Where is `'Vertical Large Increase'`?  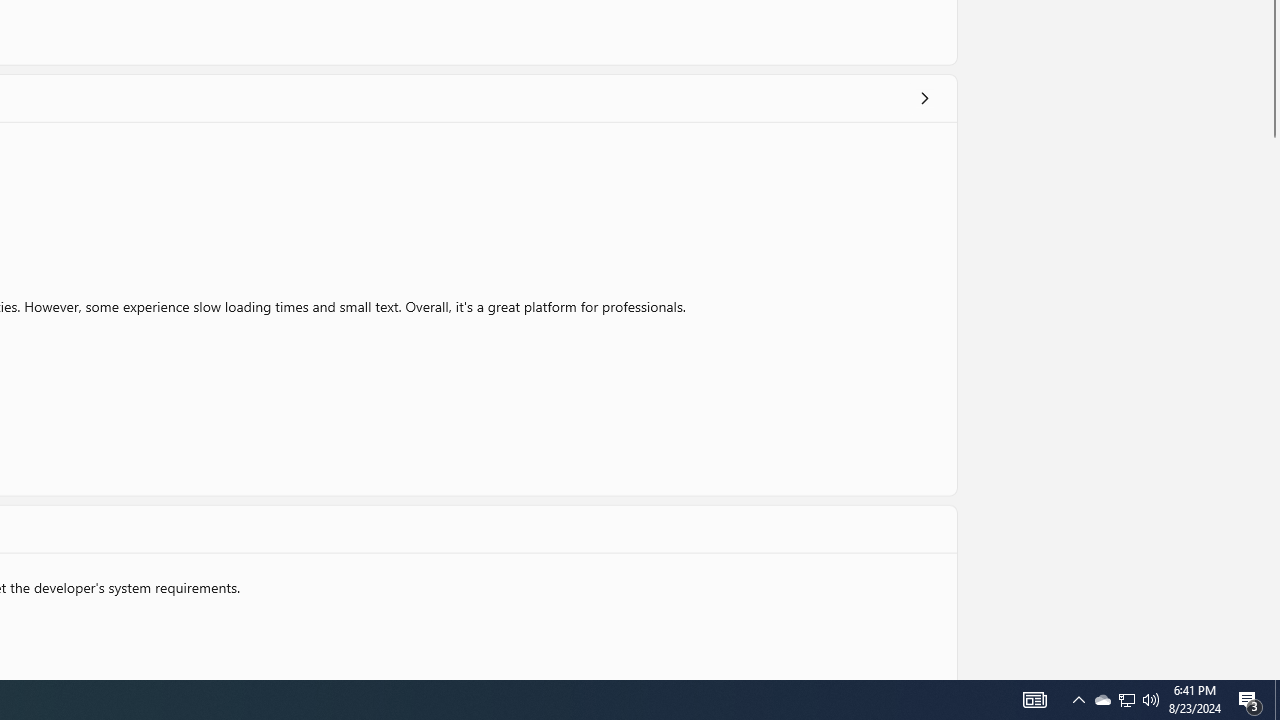
'Vertical Large Increase' is located at coordinates (1271, 403).